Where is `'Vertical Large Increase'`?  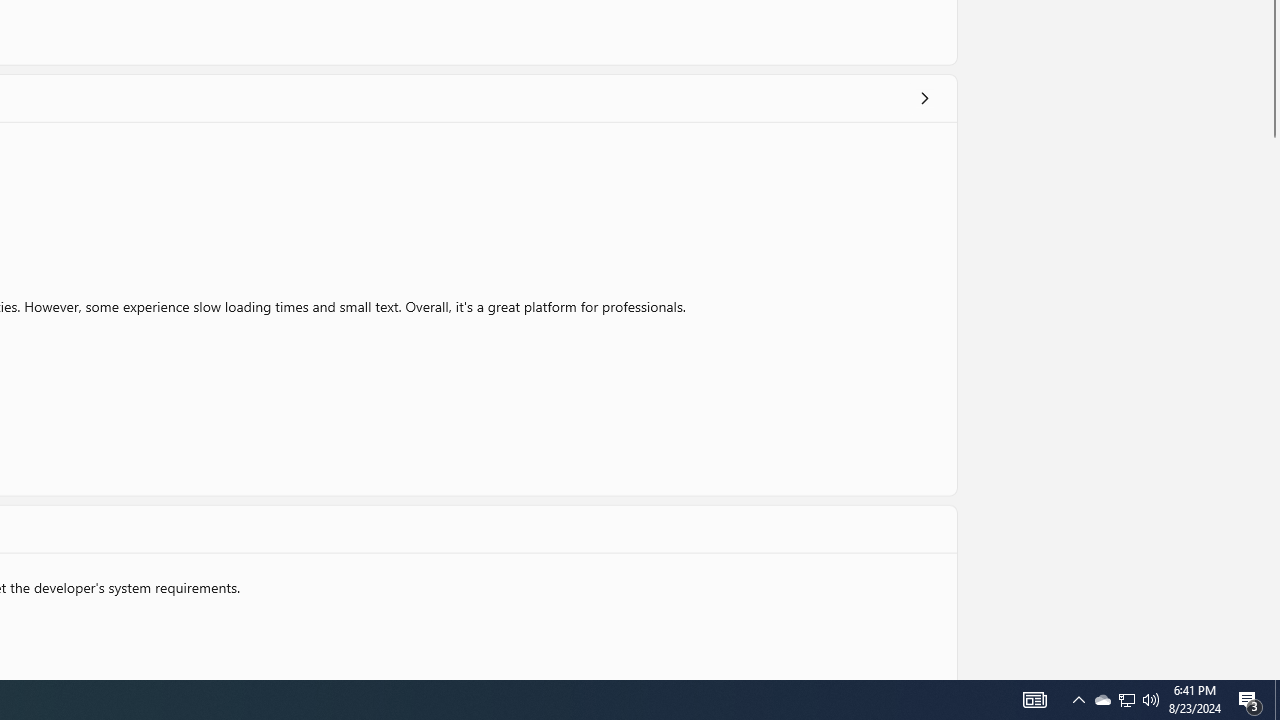
'Vertical Large Increase' is located at coordinates (1271, 403).